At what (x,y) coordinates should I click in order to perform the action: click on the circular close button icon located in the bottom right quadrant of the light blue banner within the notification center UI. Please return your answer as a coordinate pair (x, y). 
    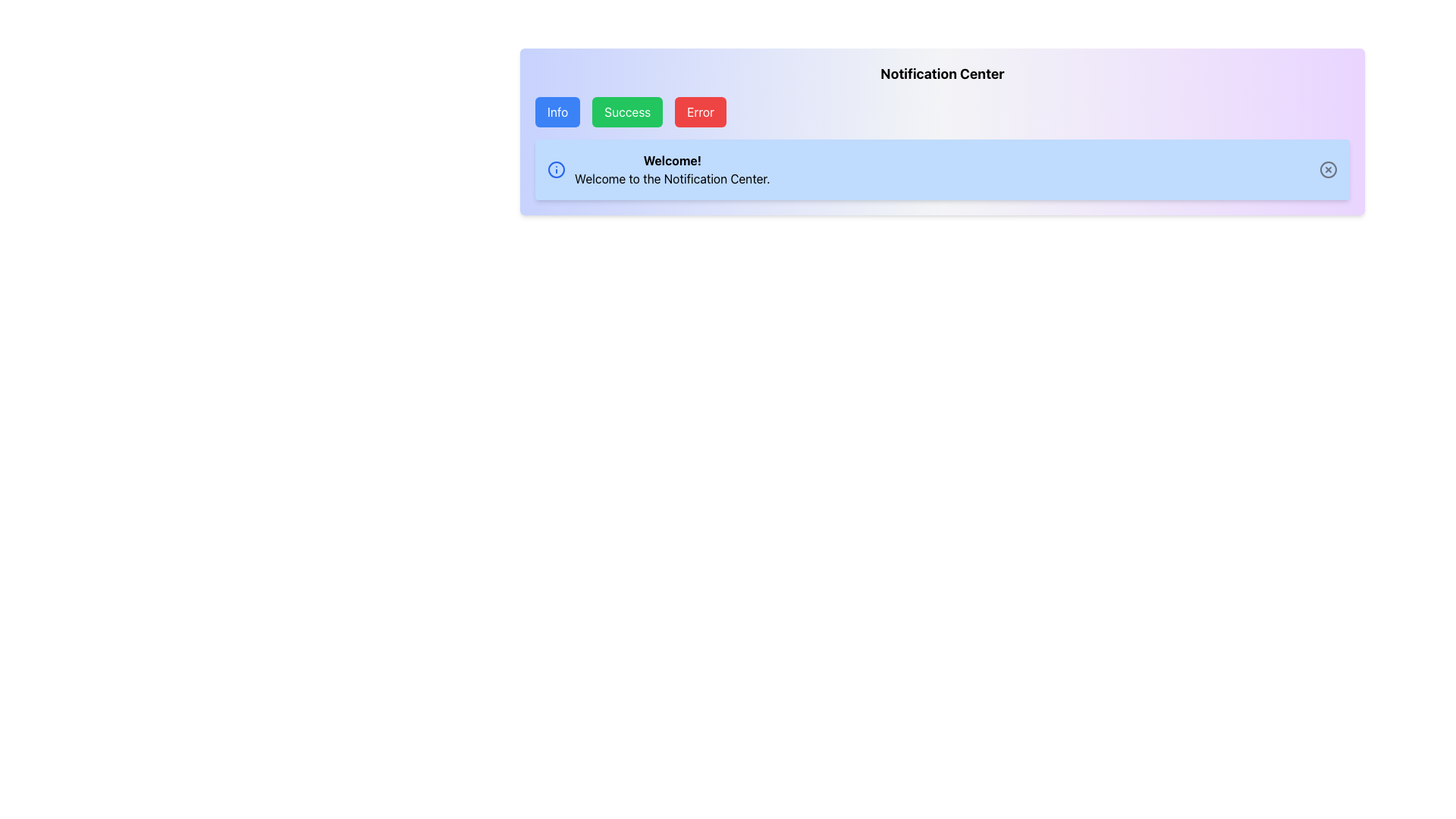
    Looking at the image, I should click on (1328, 169).